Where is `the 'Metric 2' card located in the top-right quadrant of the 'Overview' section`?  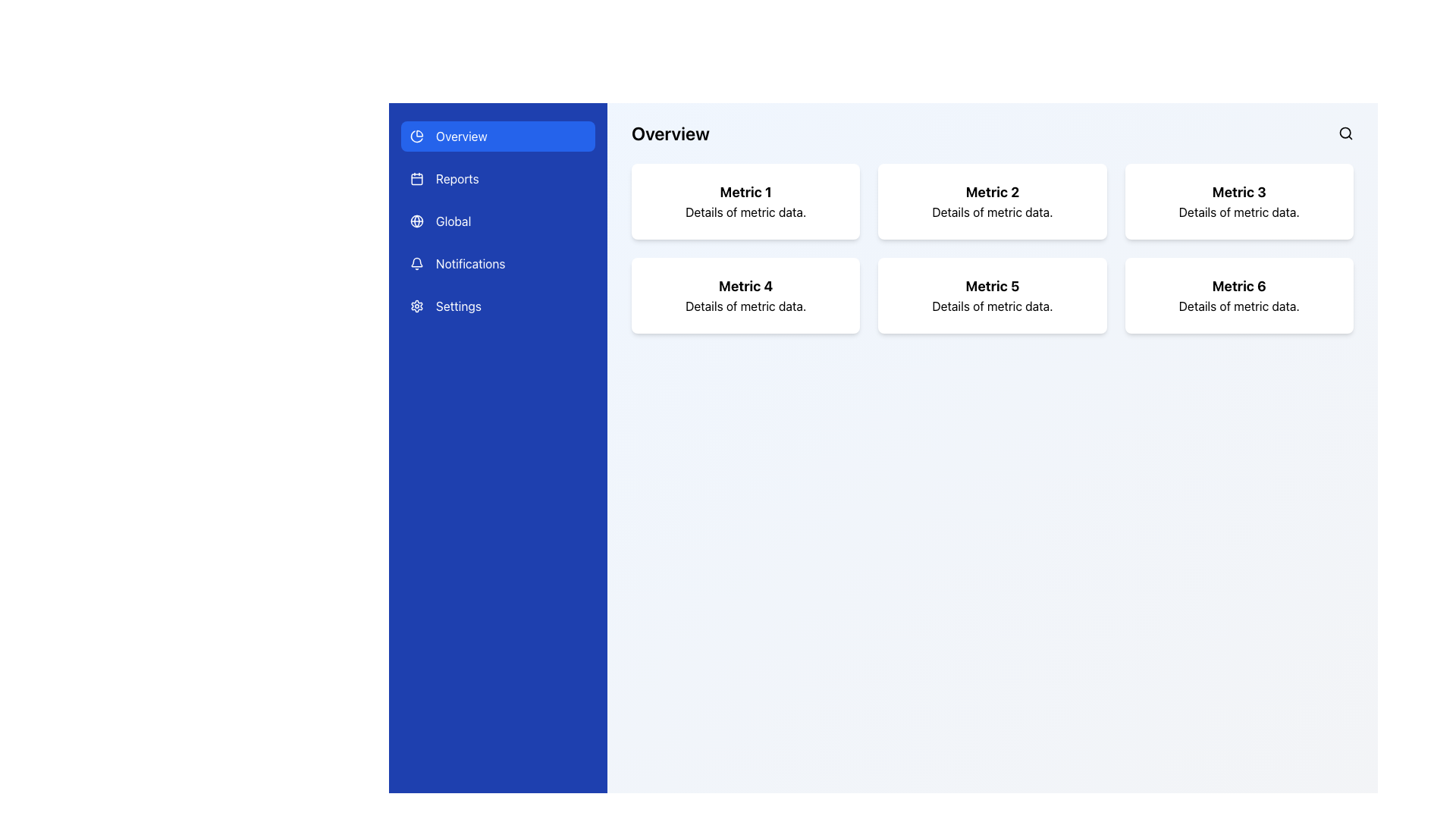 the 'Metric 2' card located in the top-right quadrant of the 'Overview' section is located at coordinates (993, 227).